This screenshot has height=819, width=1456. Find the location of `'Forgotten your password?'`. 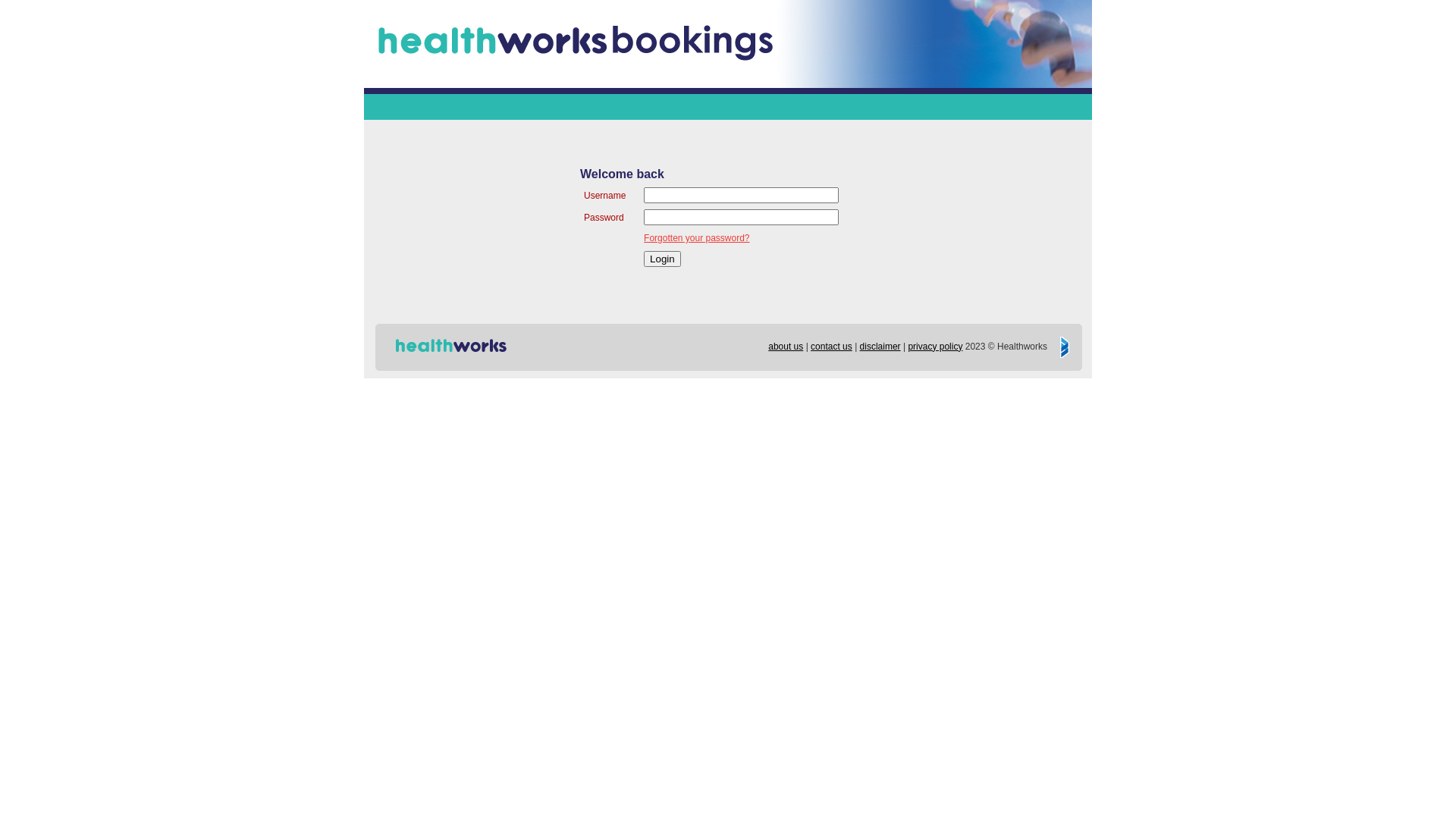

'Forgotten your password?' is located at coordinates (695, 237).